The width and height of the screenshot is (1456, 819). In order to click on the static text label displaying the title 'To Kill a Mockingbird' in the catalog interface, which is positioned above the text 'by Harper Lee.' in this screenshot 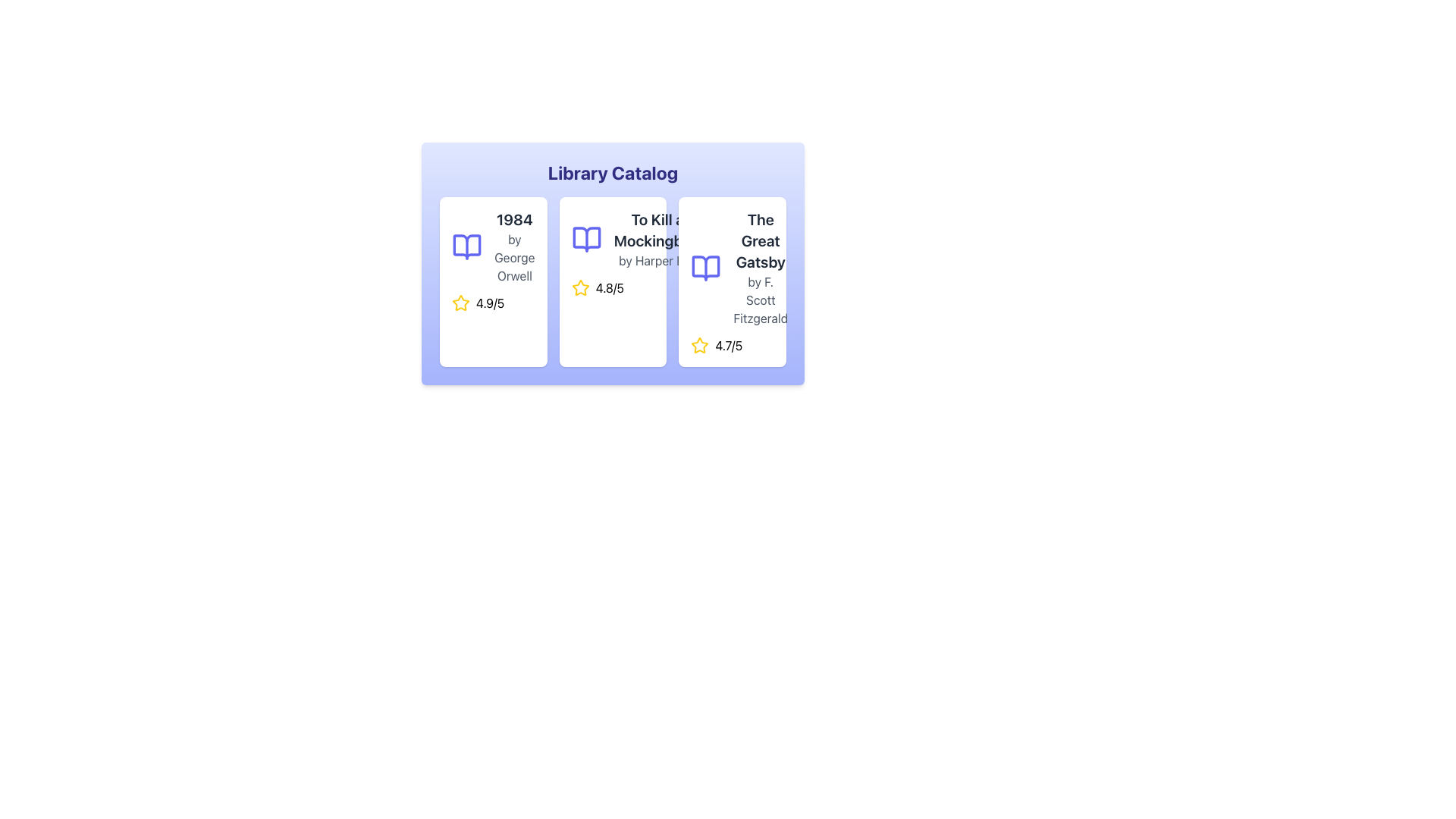, I will do `click(657, 231)`.